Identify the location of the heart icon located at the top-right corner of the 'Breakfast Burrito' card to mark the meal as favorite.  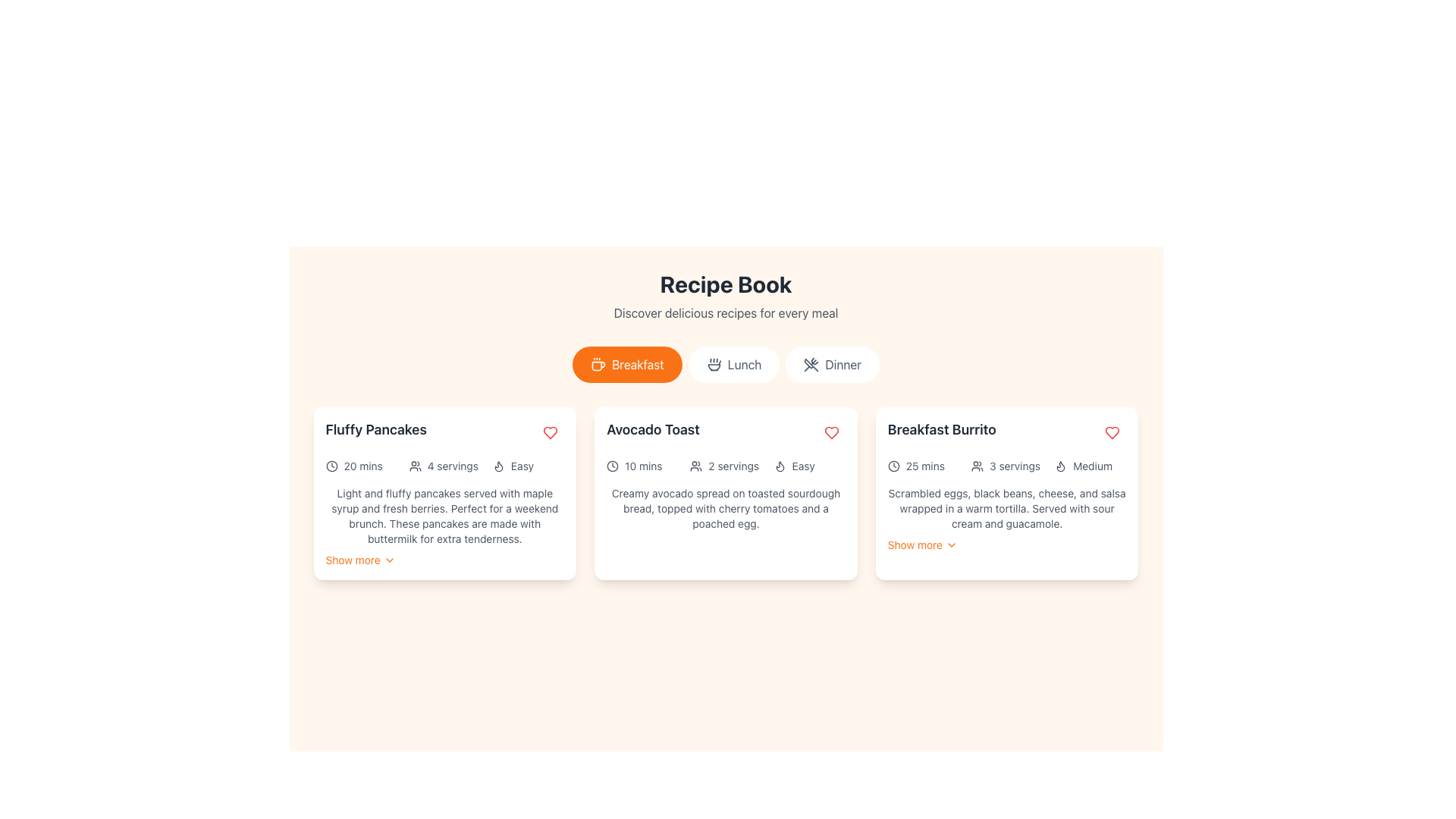
(1112, 432).